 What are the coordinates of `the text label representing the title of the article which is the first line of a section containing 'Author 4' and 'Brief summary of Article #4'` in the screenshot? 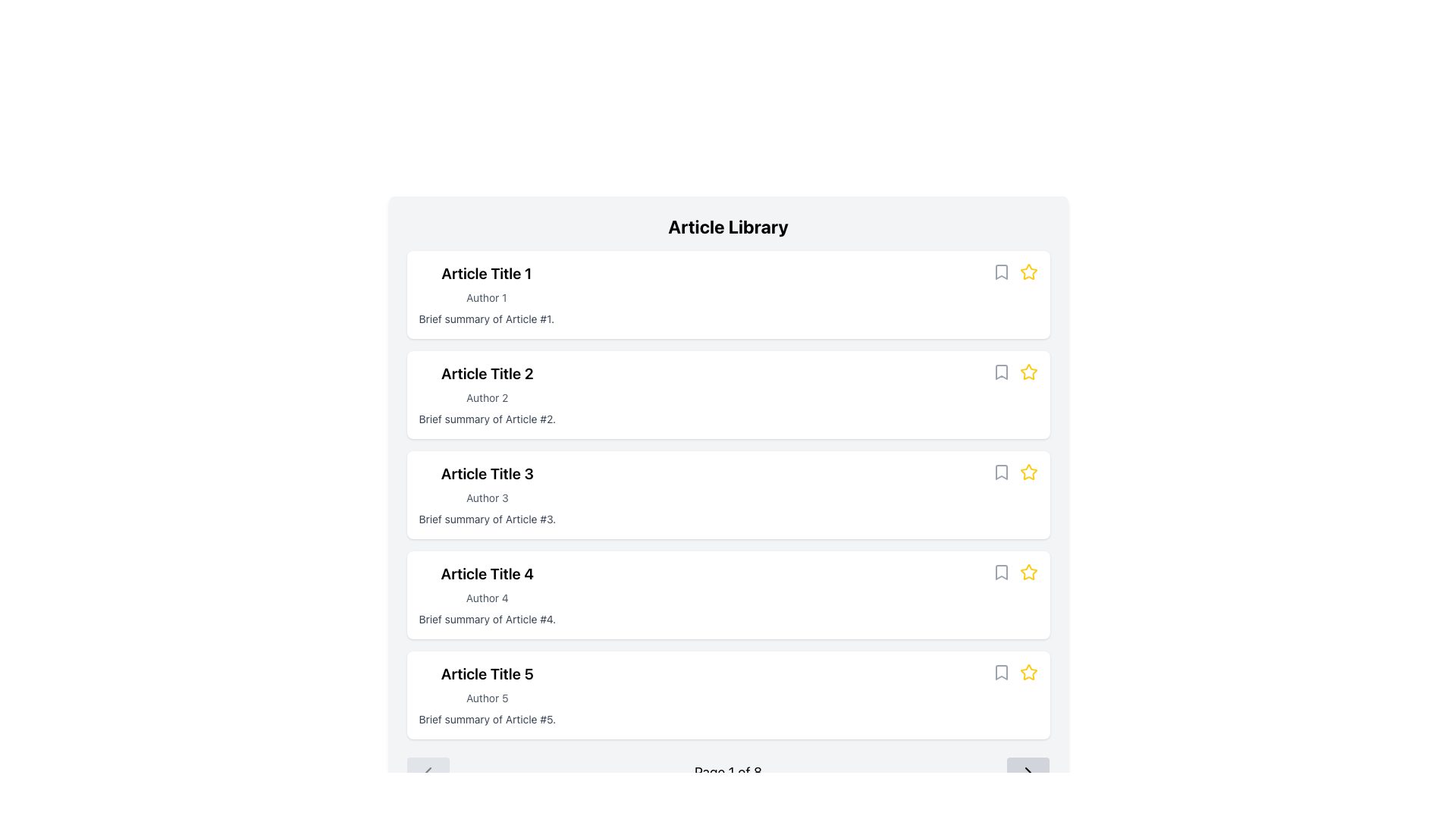 It's located at (487, 573).